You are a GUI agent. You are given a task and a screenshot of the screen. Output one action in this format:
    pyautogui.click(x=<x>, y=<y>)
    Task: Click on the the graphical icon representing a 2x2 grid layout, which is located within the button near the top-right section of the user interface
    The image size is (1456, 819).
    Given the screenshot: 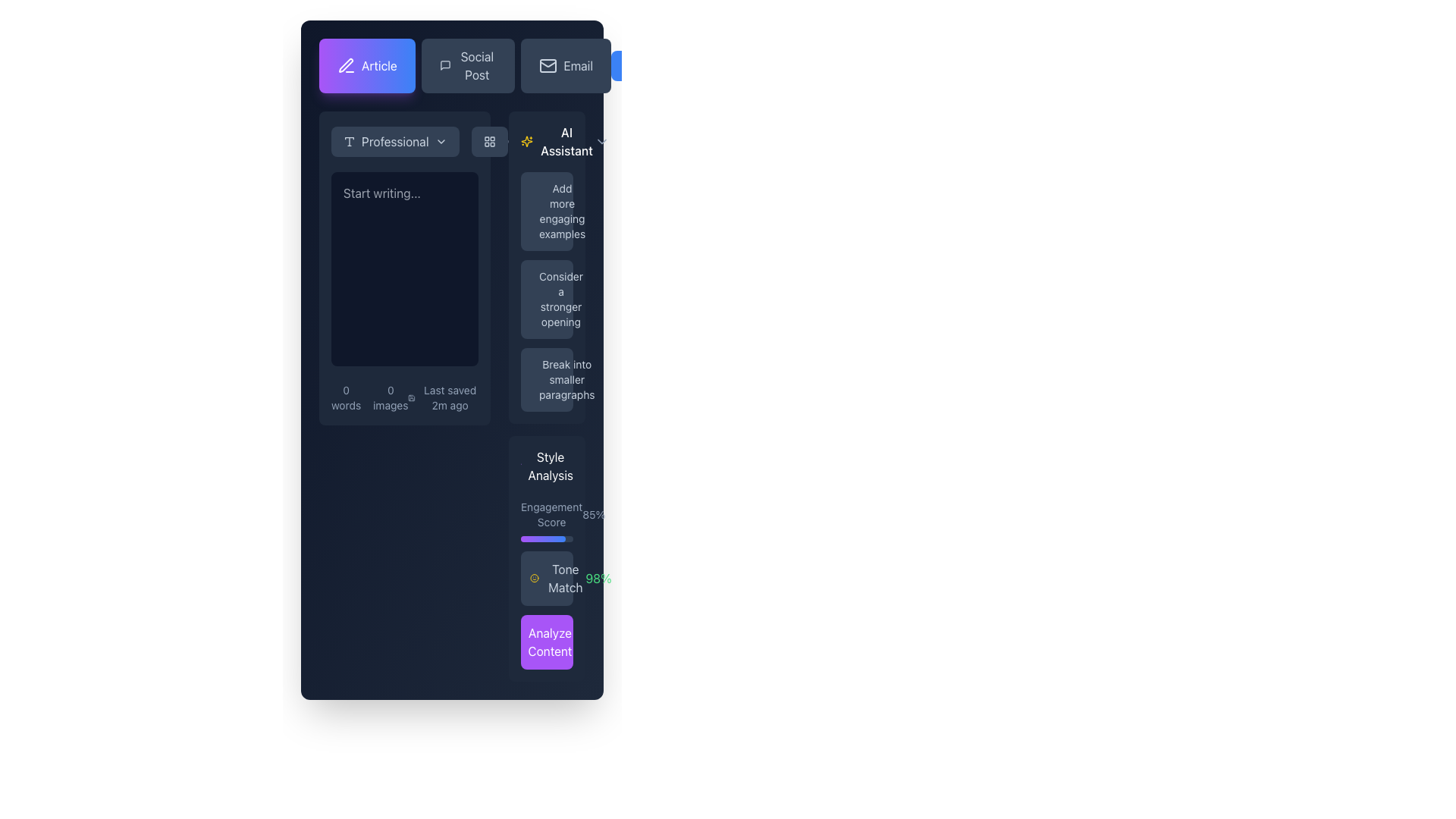 What is the action you would take?
    pyautogui.click(x=489, y=141)
    